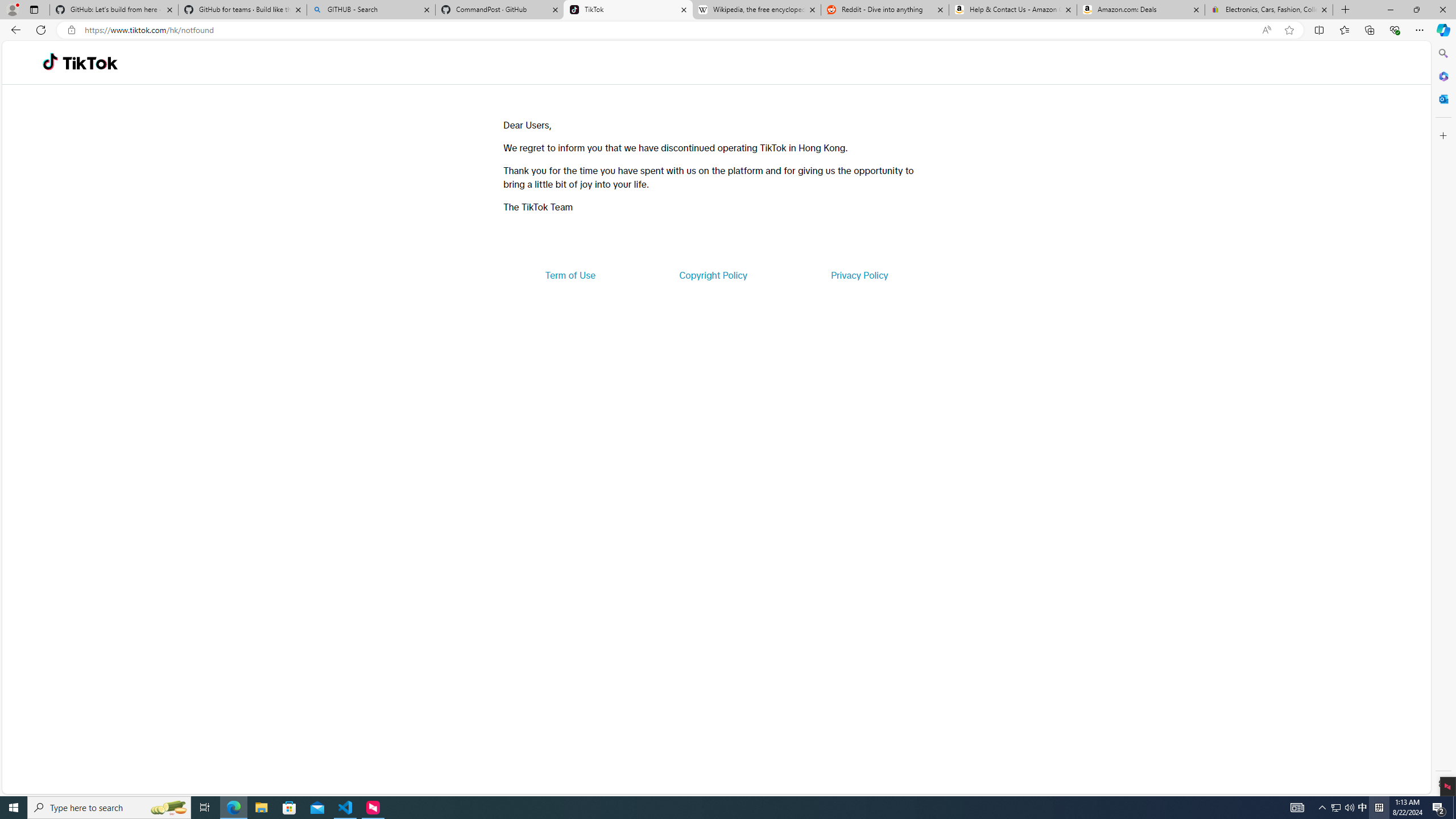 The width and height of the screenshot is (1456, 819). I want to click on 'GITHUB - Search', so click(370, 9).